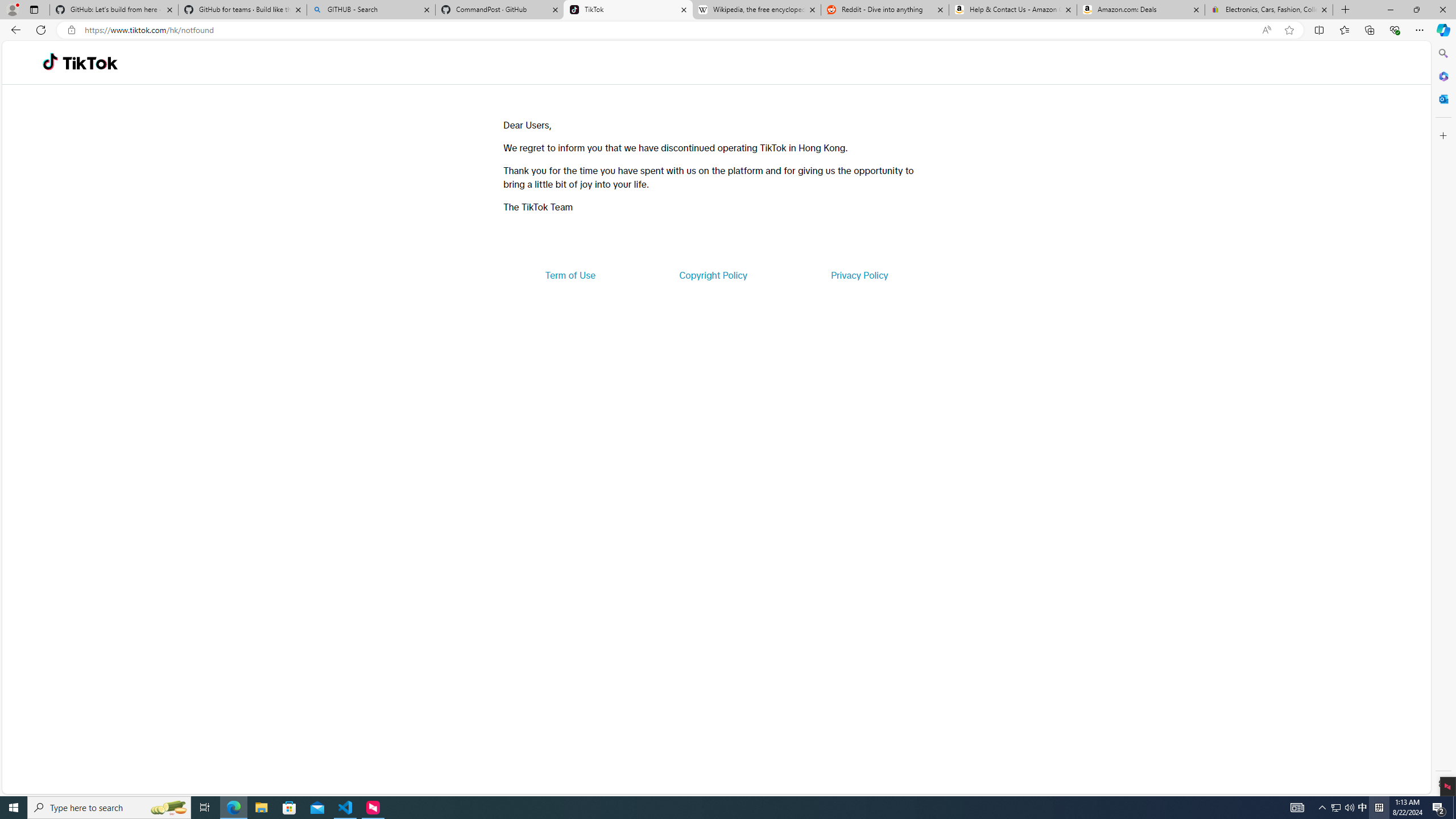 The width and height of the screenshot is (1456, 819). I want to click on 'GITHUB - Search', so click(370, 9).